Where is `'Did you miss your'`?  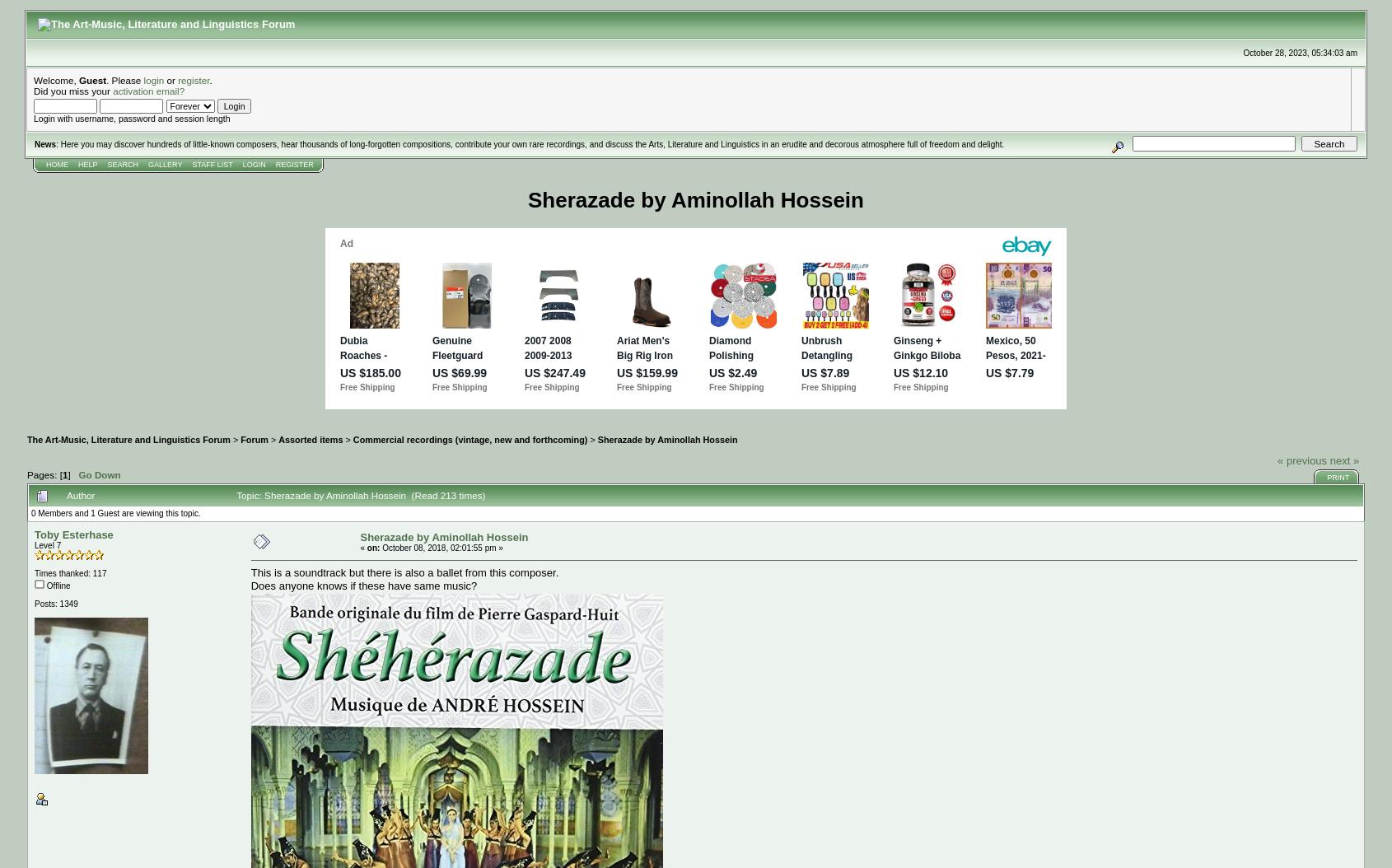
'Did you miss your' is located at coordinates (73, 91).